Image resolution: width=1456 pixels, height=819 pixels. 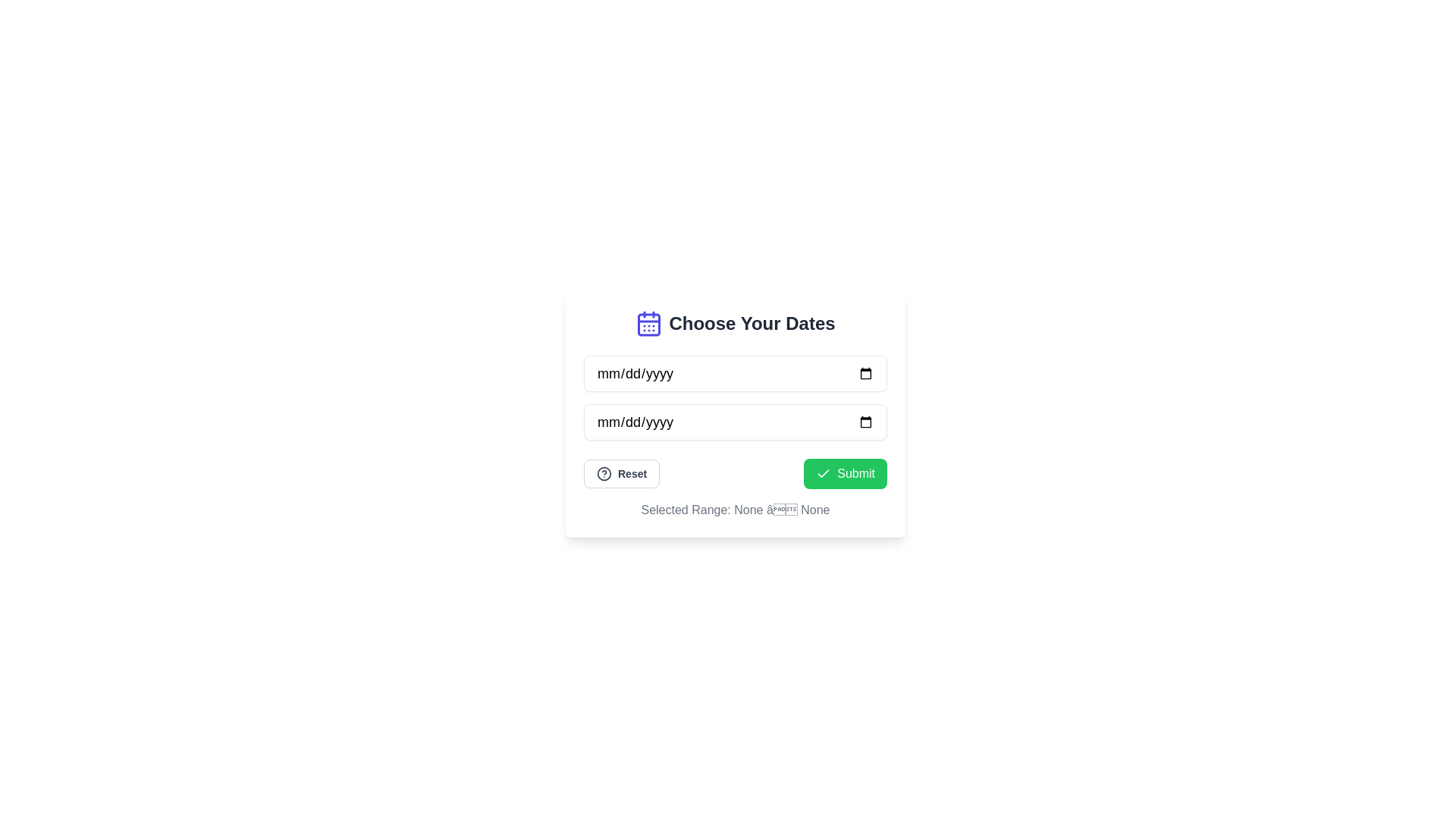 I want to click on the circular outline element within the SVG graphic that serves as part of the help indicator, located to the left of the 'Reset' button, so click(x=603, y=472).